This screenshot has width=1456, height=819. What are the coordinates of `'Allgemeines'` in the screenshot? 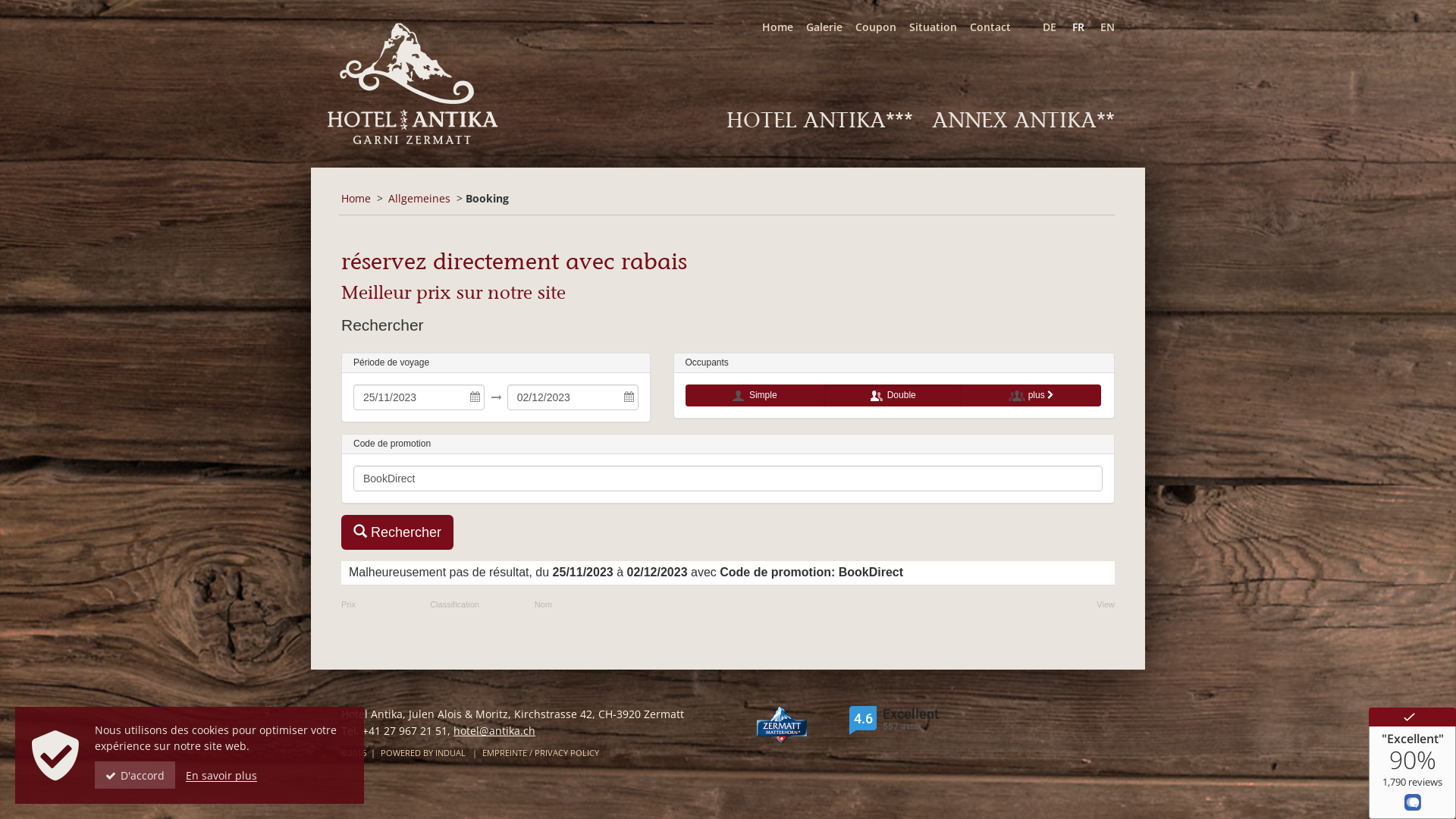 It's located at (419, 197).